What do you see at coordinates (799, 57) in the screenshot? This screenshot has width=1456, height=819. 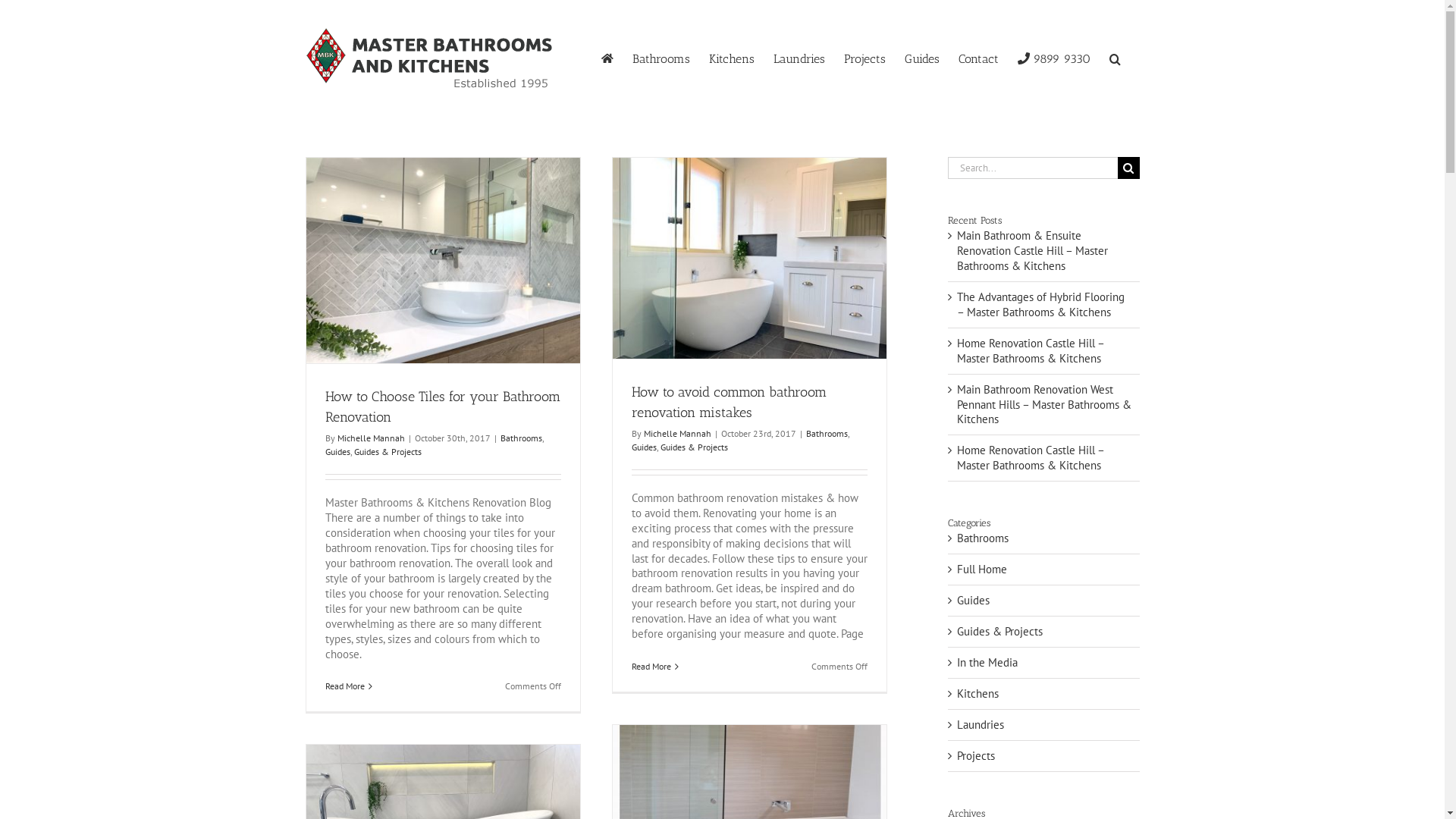 I see `'Laundries'` at bounding box center [799, 57].